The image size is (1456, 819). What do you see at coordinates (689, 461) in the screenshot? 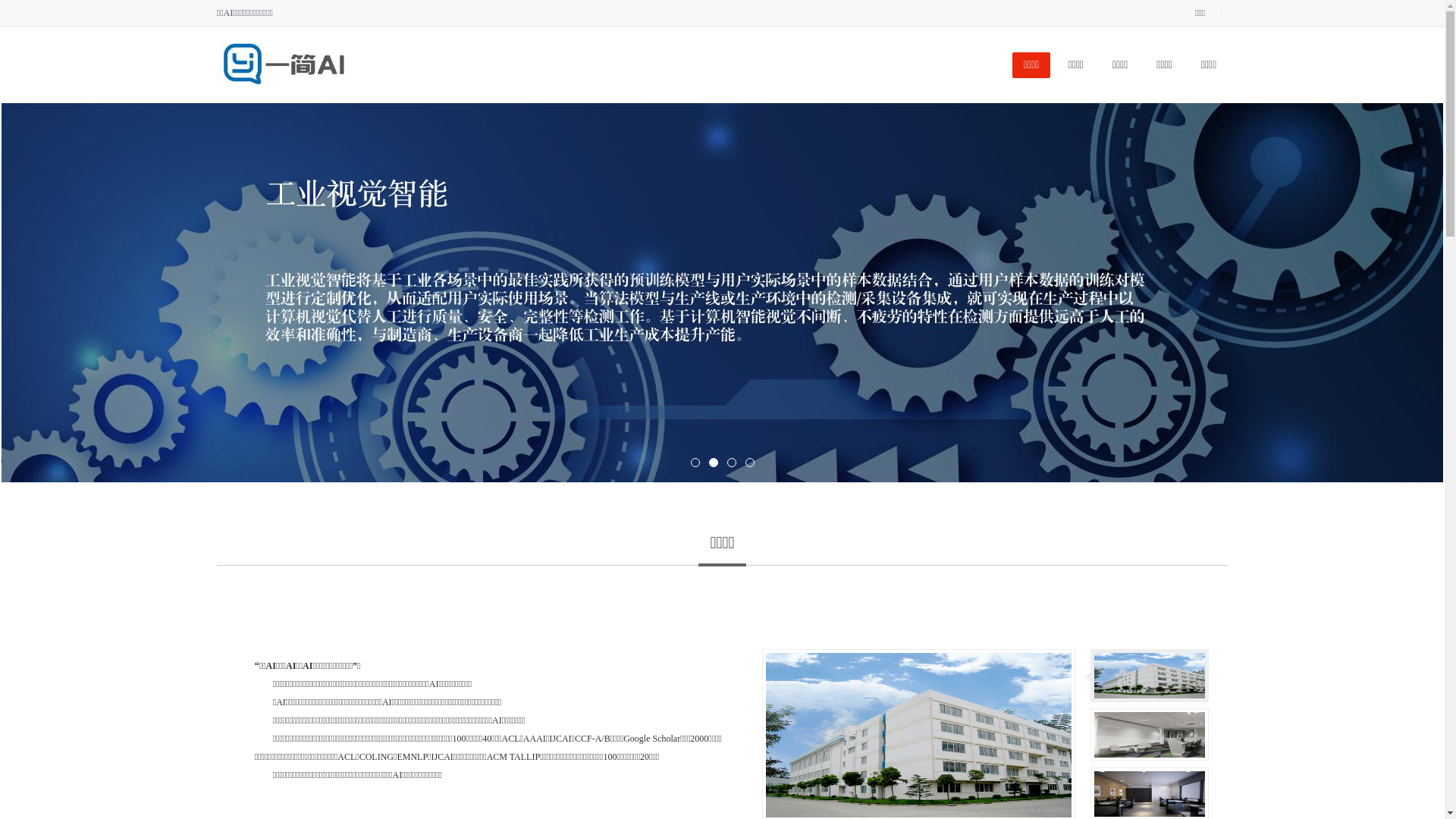
I see `'1'` at bounding box center [689, 461].